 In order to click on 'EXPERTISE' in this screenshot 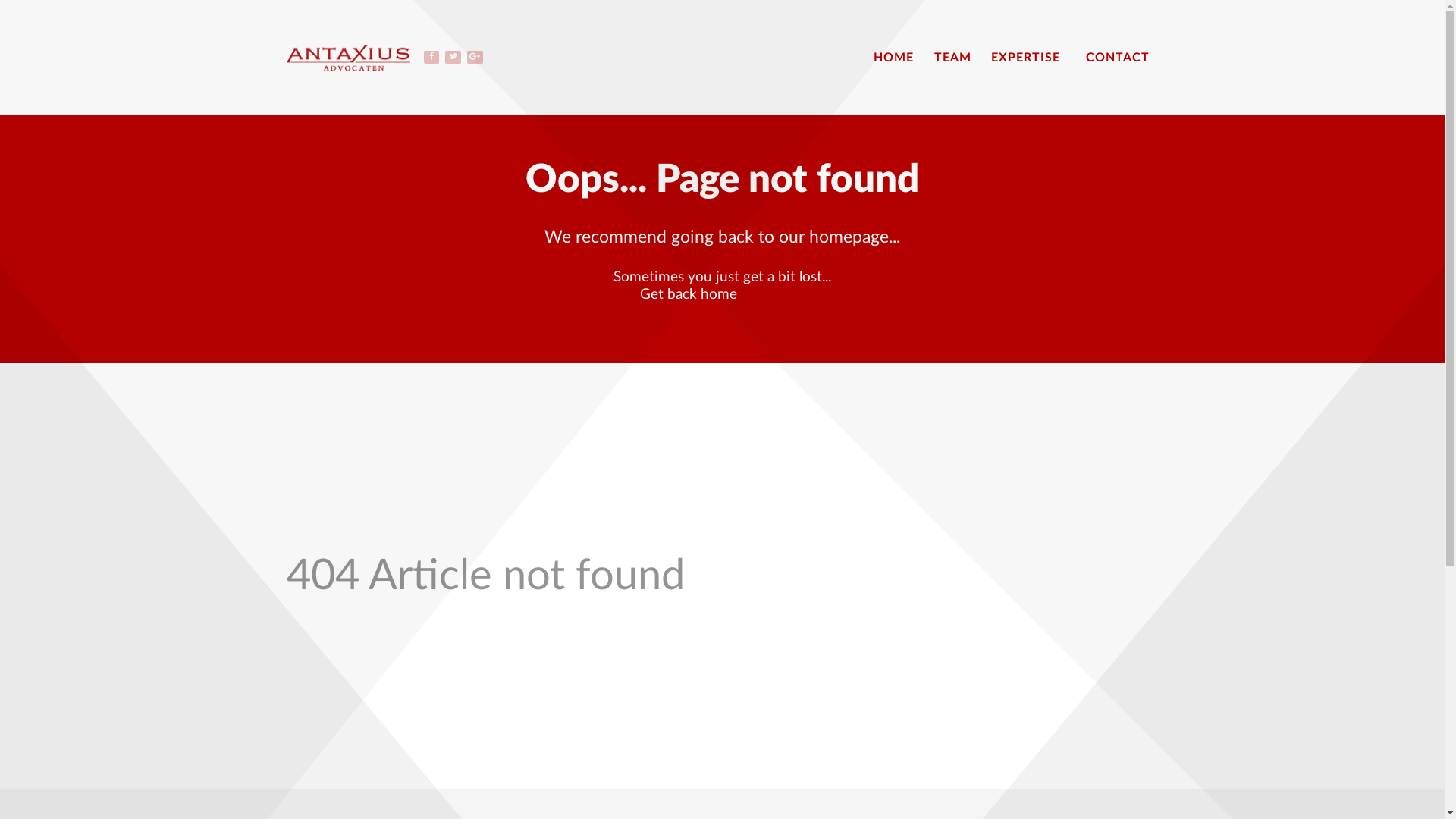, I will do `click(1028, 57)`.